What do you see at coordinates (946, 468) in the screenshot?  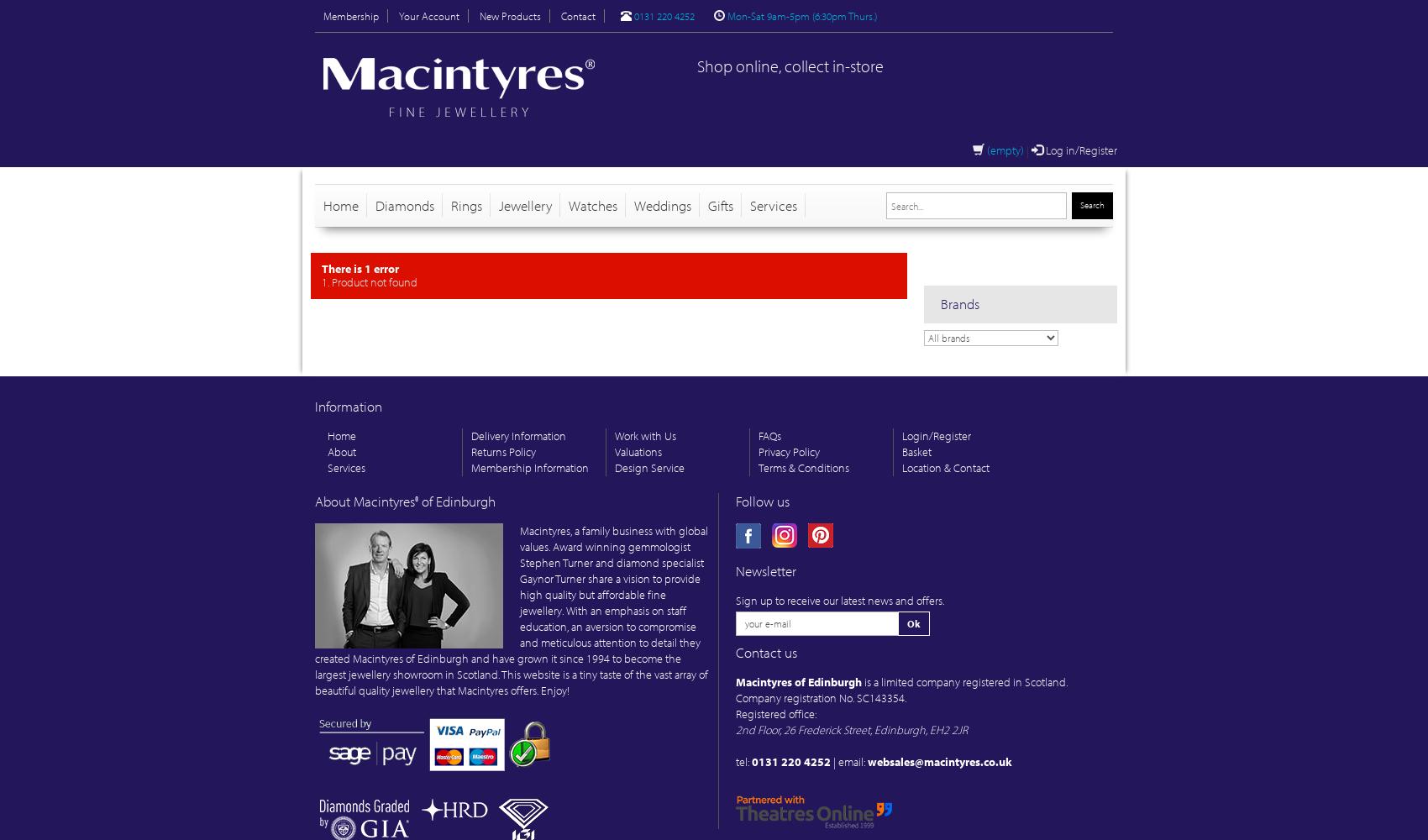 I see `'Location & Contact'` at bounding box center [946, 468].